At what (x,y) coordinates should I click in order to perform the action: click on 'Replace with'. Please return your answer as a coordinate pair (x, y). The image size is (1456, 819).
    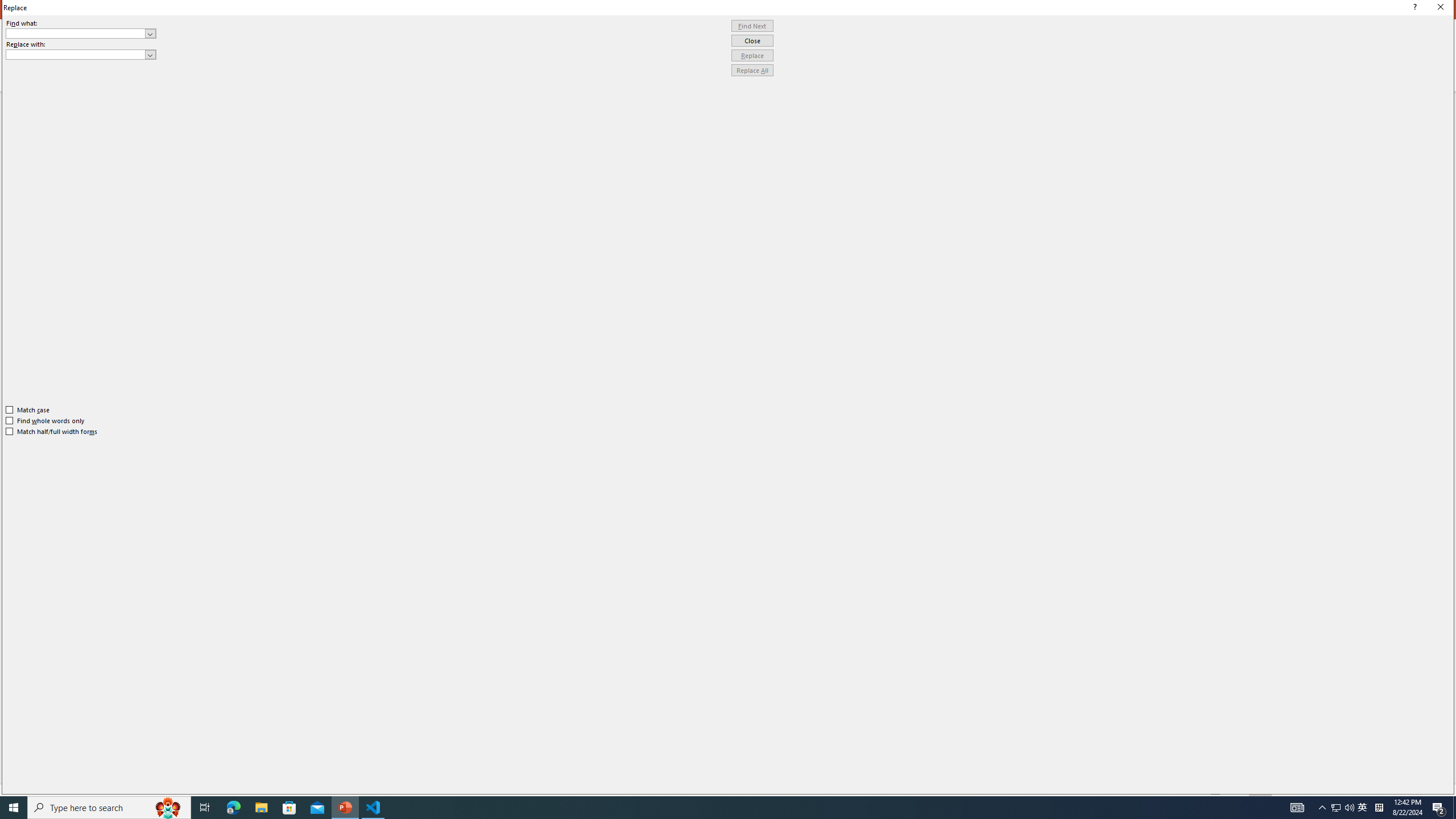
    Looking at the image, I should click on (76, 54).